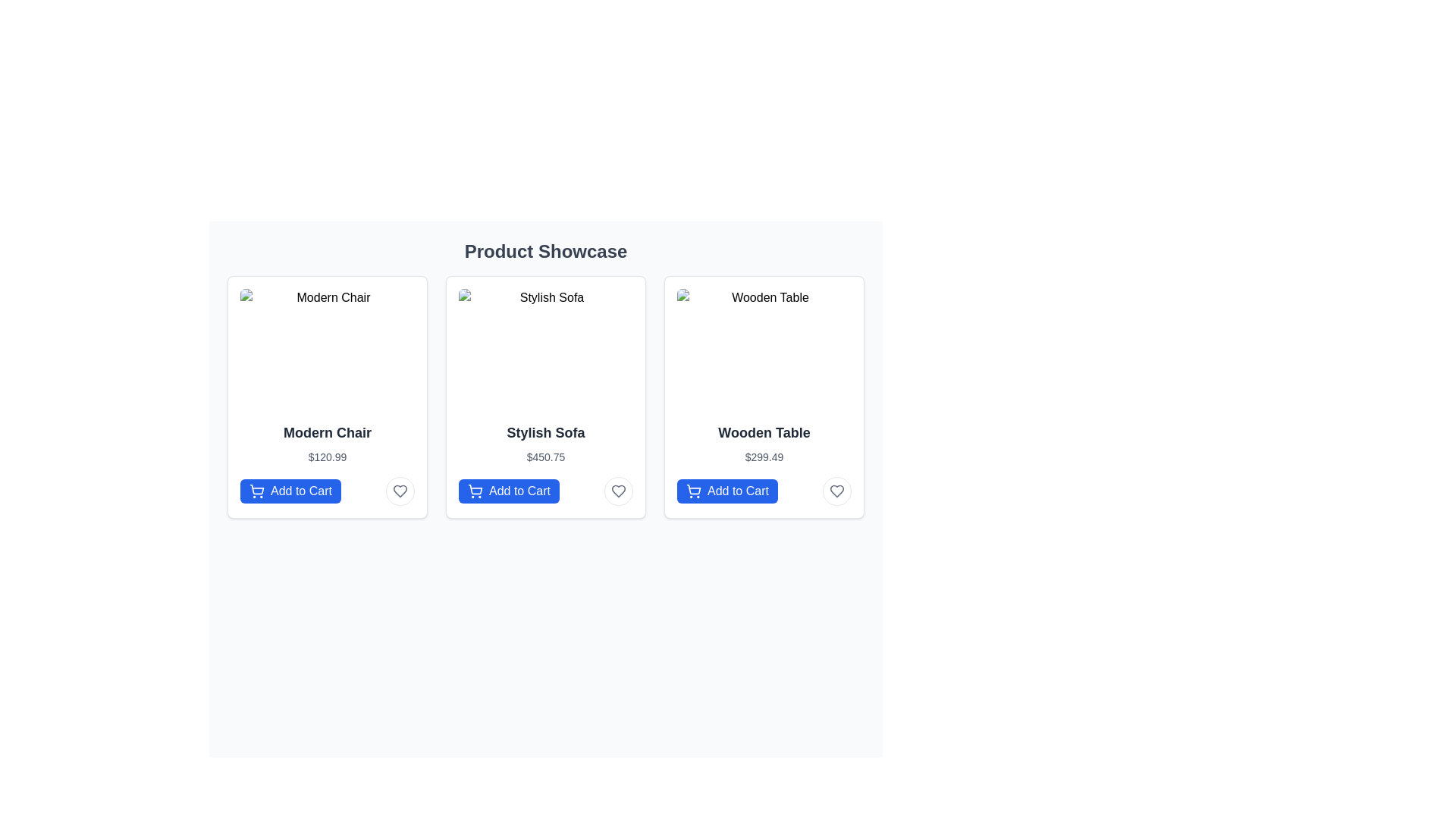  I want to click on the 'Add to Cart' button, which is a blue rounded rectangle button located at the bottom of the 'Wooden Table' product card in the 'Product Showcase' section, so click(738, 491).